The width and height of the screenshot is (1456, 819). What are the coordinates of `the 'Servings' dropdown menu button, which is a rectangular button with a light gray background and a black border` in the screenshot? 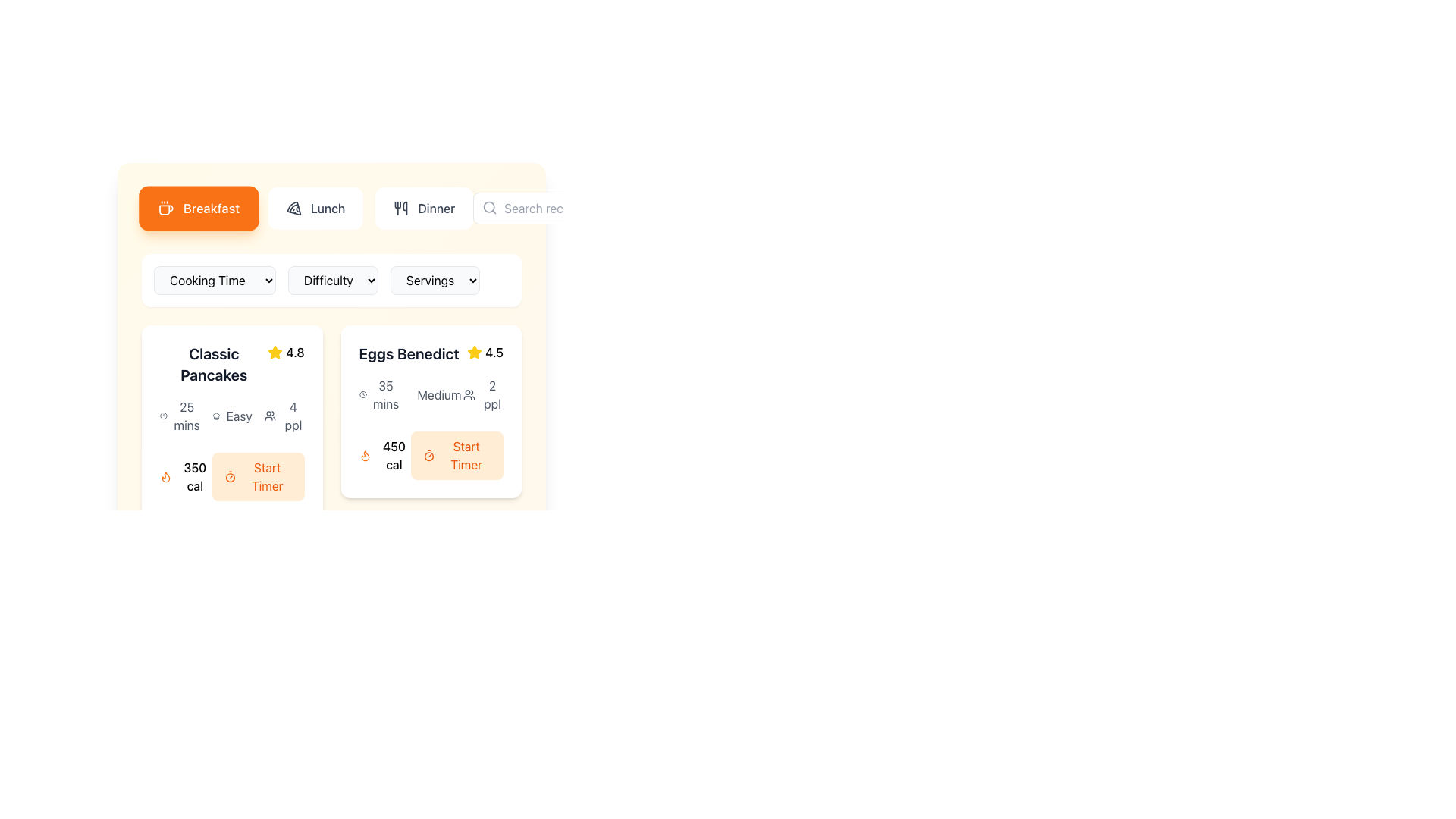 It's located at (435, 281).